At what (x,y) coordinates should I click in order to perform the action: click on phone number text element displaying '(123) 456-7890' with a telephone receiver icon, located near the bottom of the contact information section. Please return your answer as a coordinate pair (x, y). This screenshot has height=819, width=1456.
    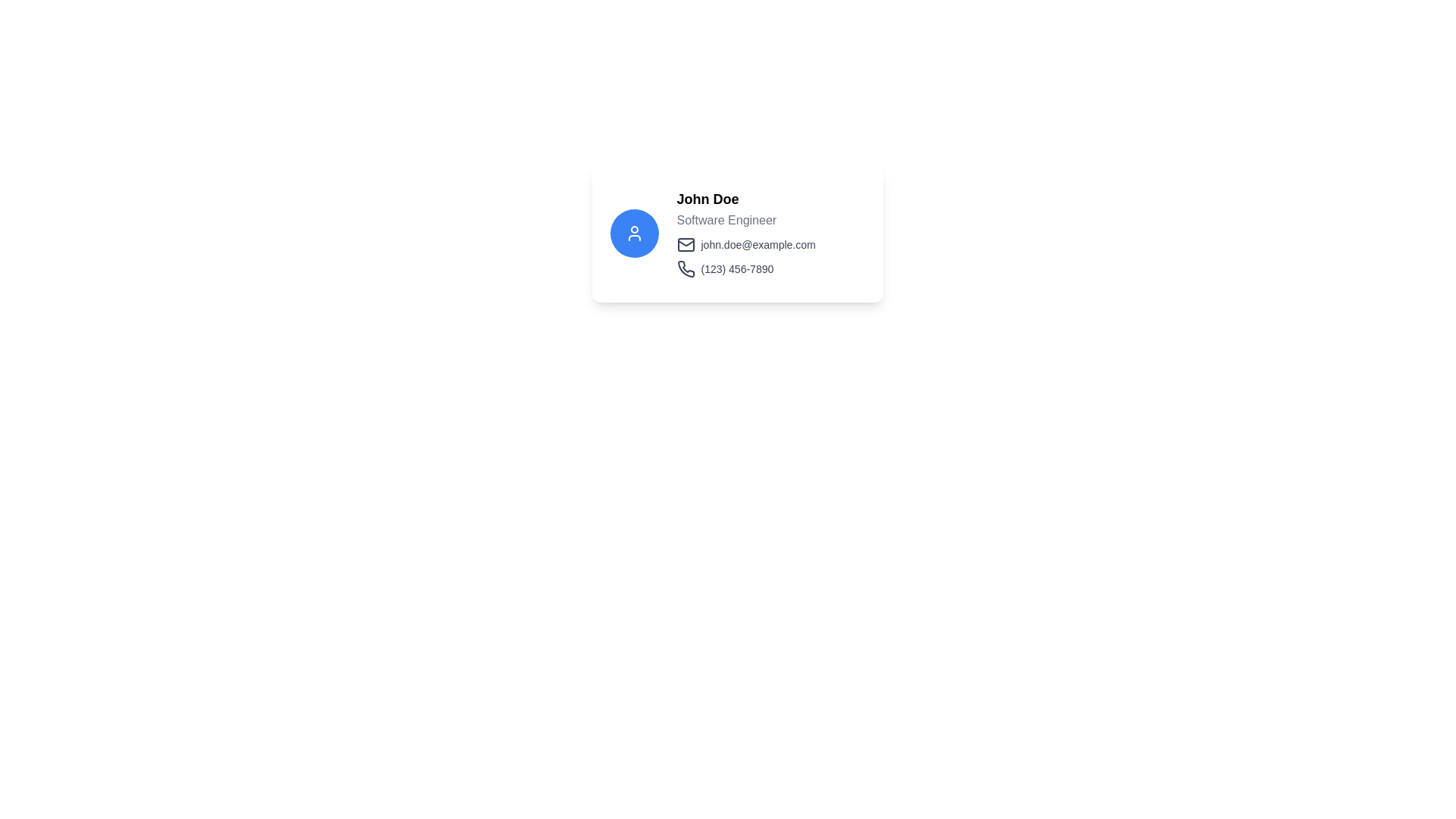
    Looking at the image, I should click on (745, 268).